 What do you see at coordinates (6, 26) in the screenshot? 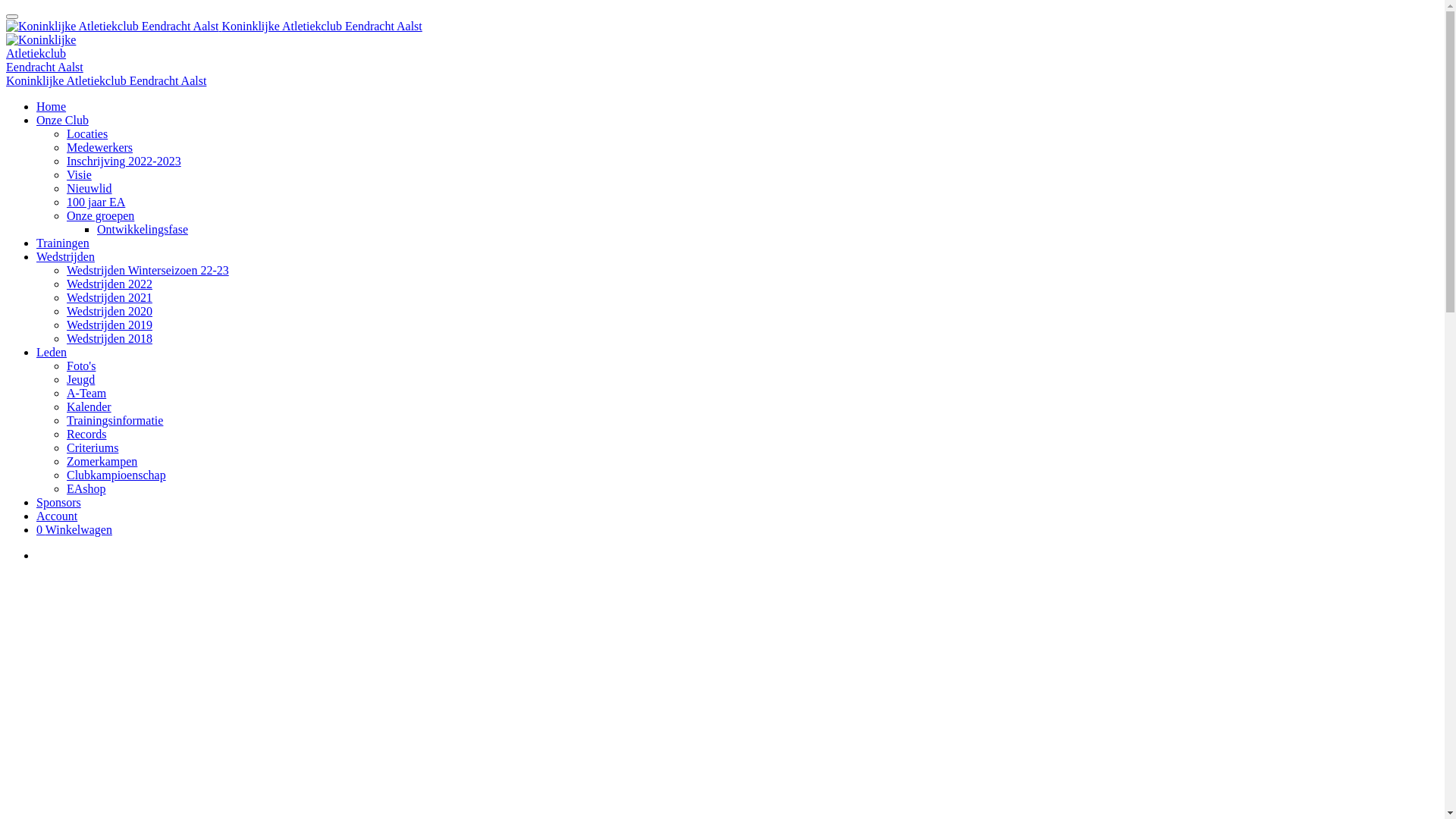
I see `'Koninklijke Atletiekclub Eendracht Aalst'` at bounding box center [6, 26].